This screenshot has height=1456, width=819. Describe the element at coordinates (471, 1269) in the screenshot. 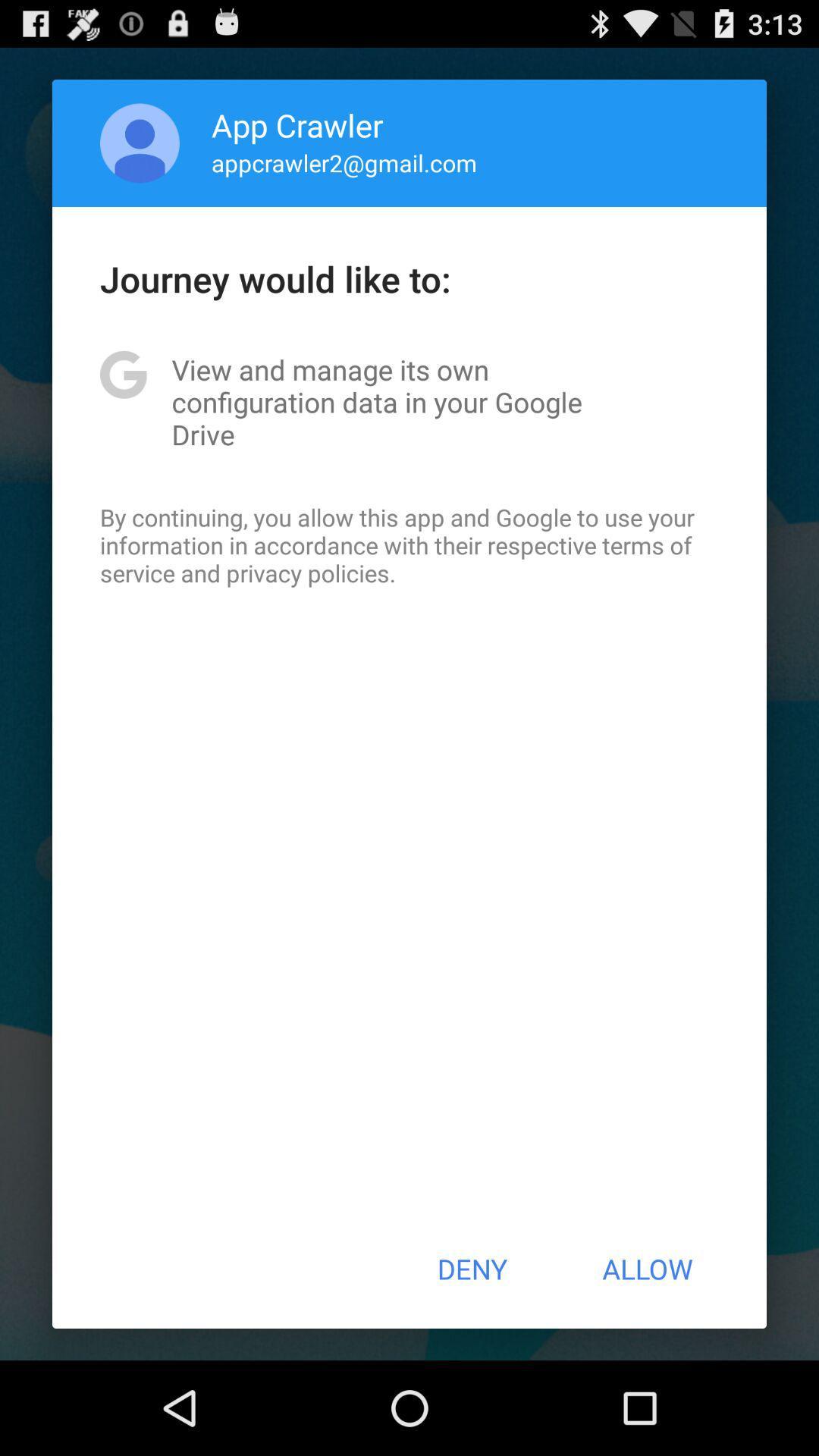

I see `the icon at the bottom` at that location.